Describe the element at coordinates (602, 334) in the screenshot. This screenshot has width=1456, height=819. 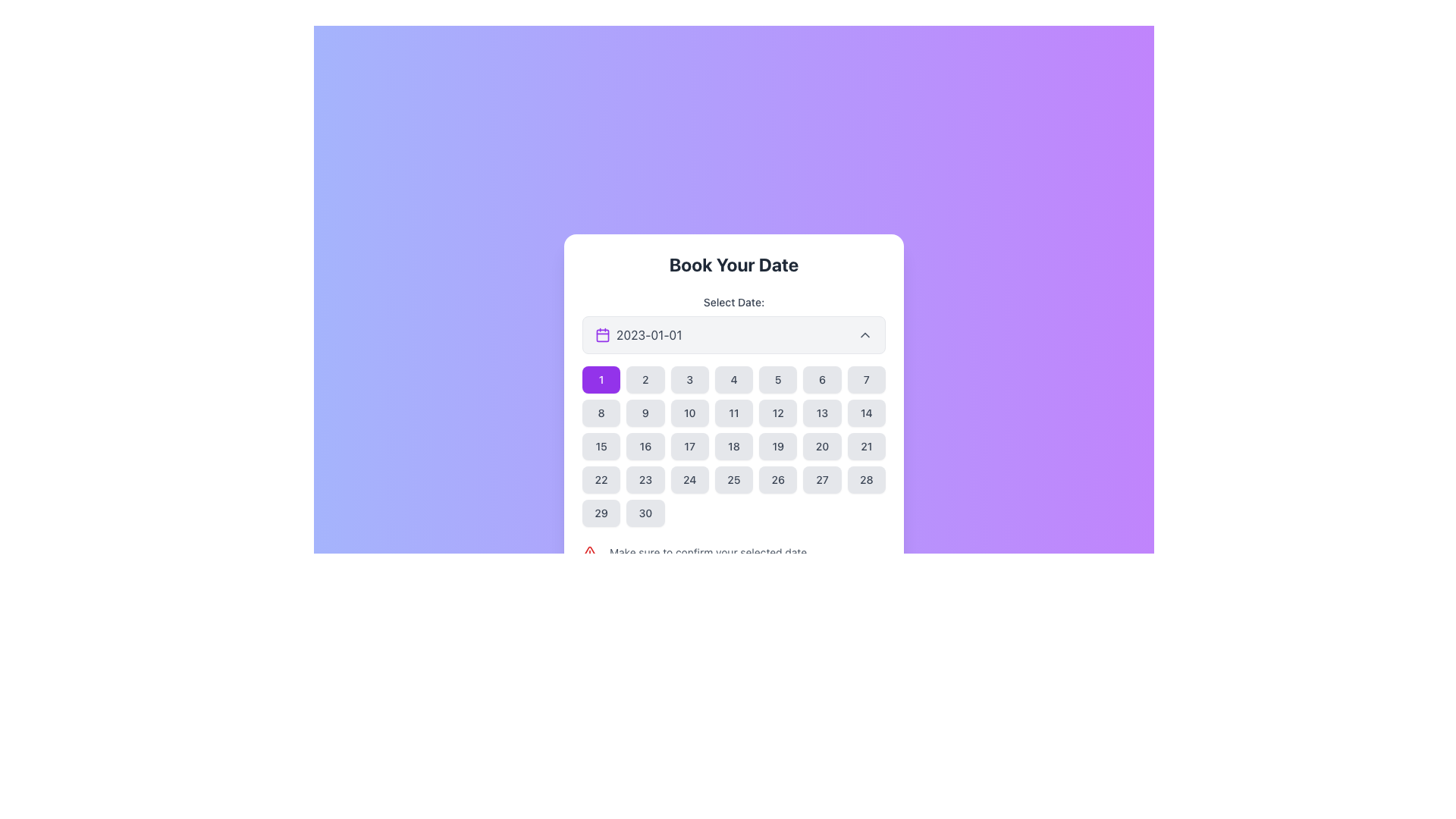
I see `the calendar icon located to the far left of the date text '2023-01-01'` at that location.